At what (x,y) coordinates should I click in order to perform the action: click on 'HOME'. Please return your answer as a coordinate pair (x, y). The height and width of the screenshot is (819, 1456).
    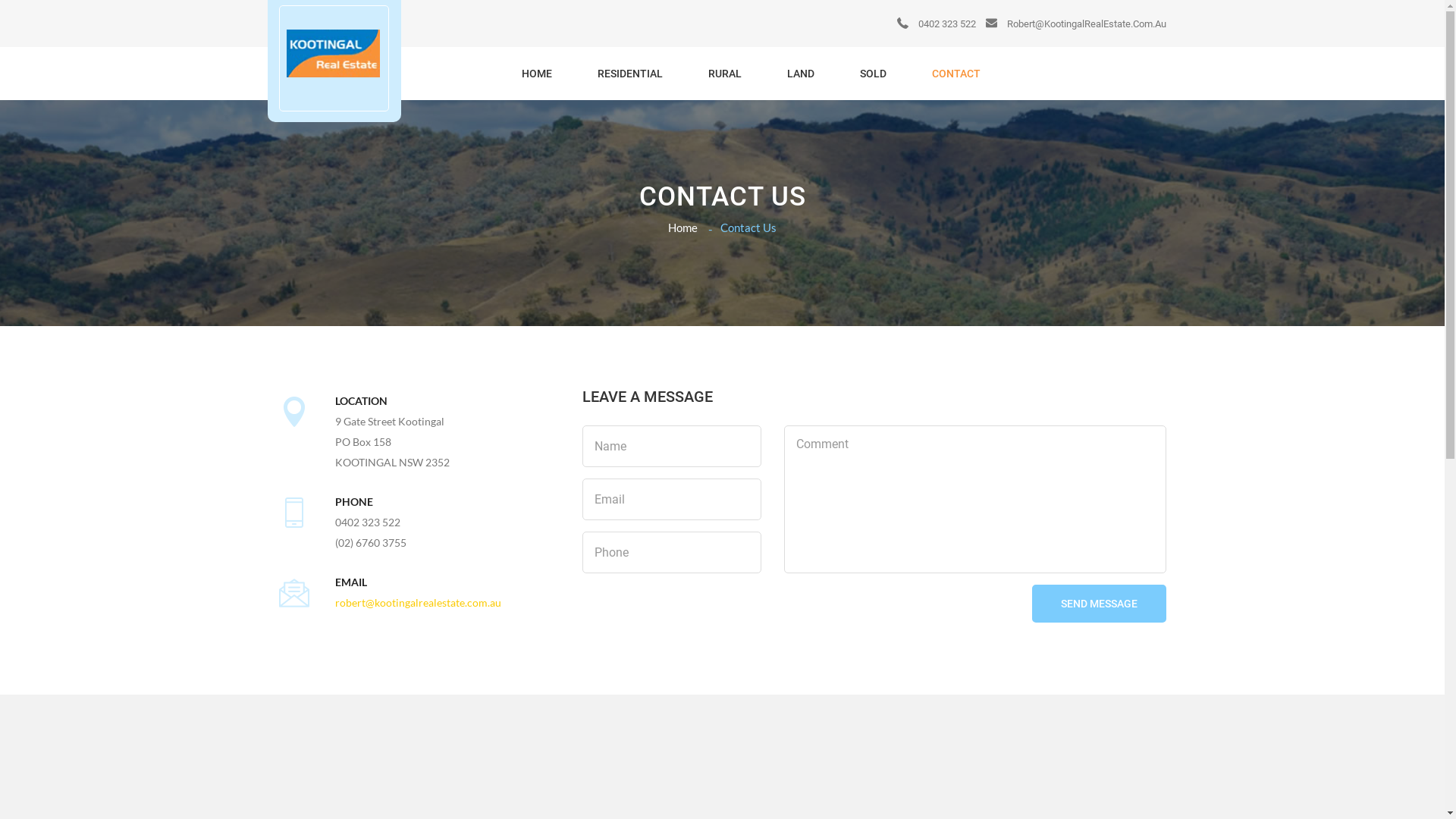
    Looking at the image, I should click on (506, 73).